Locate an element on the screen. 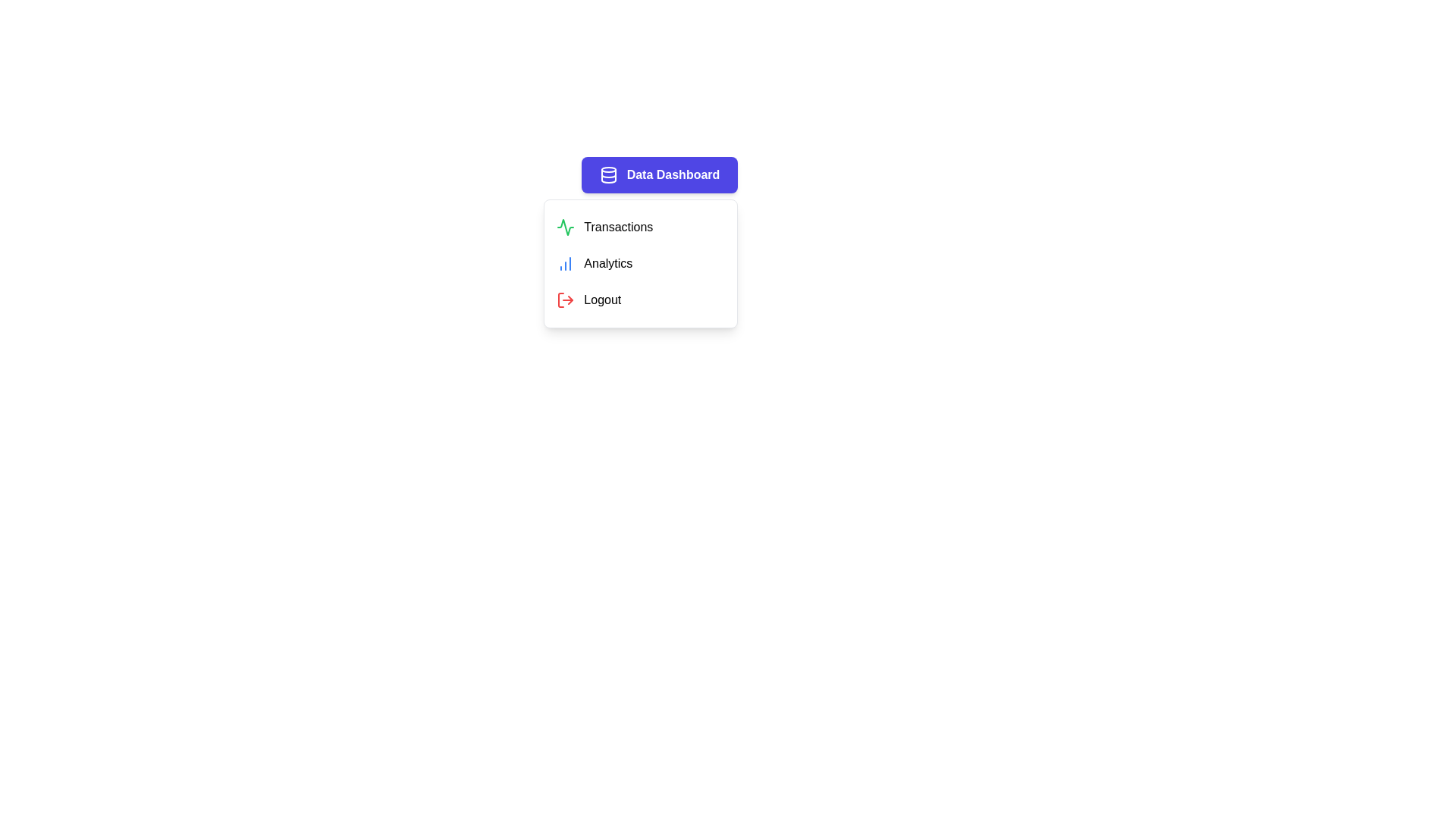 This screenshot has height=819, width=1456. the 'Data Dashboard' button to toggle the menu visibility is located at coordinates (658, 174).